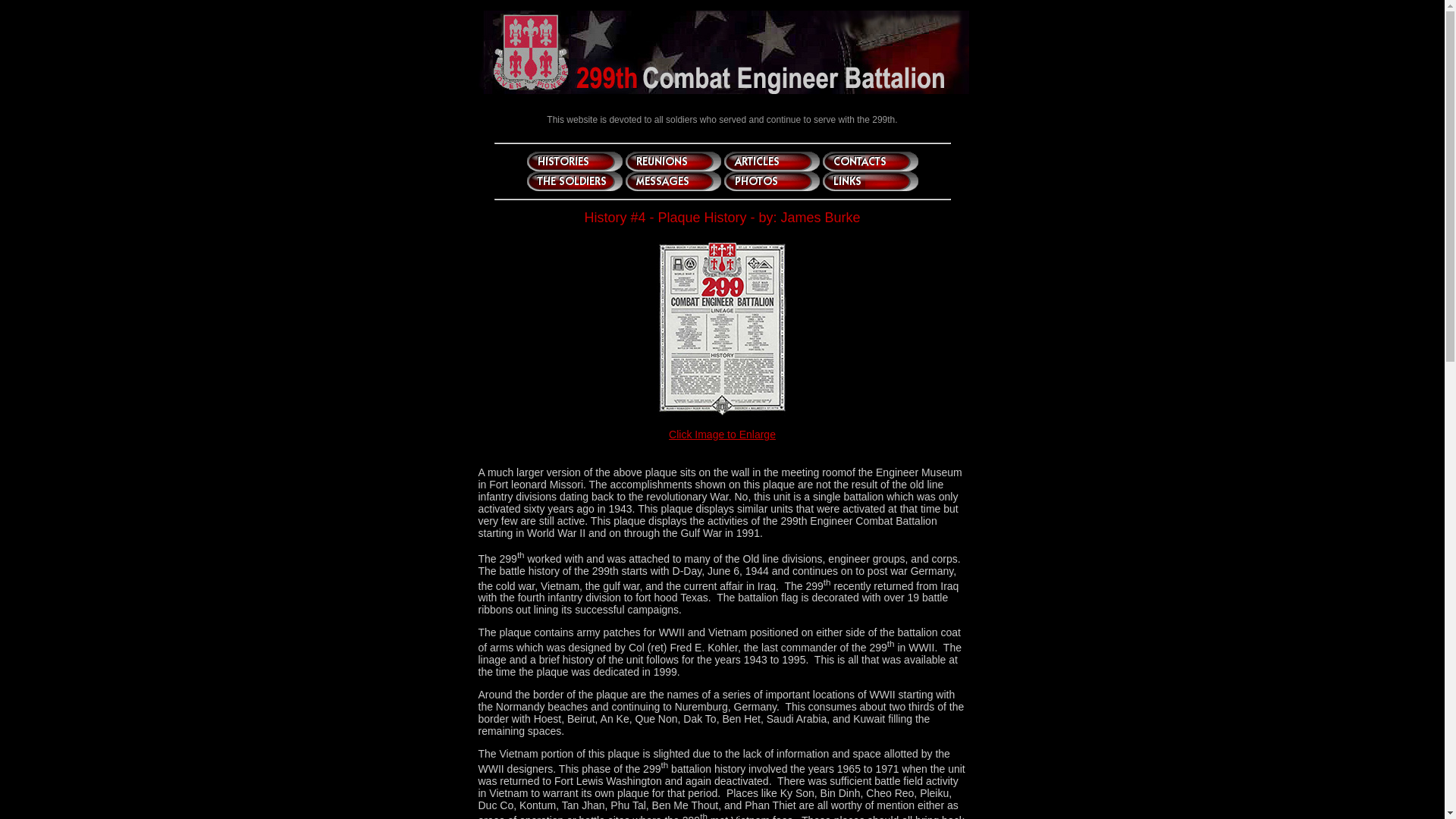  Describe the element at coordinates (721, 435) in the screenshot. I see `'Click Image to Enlarge'` at that location.